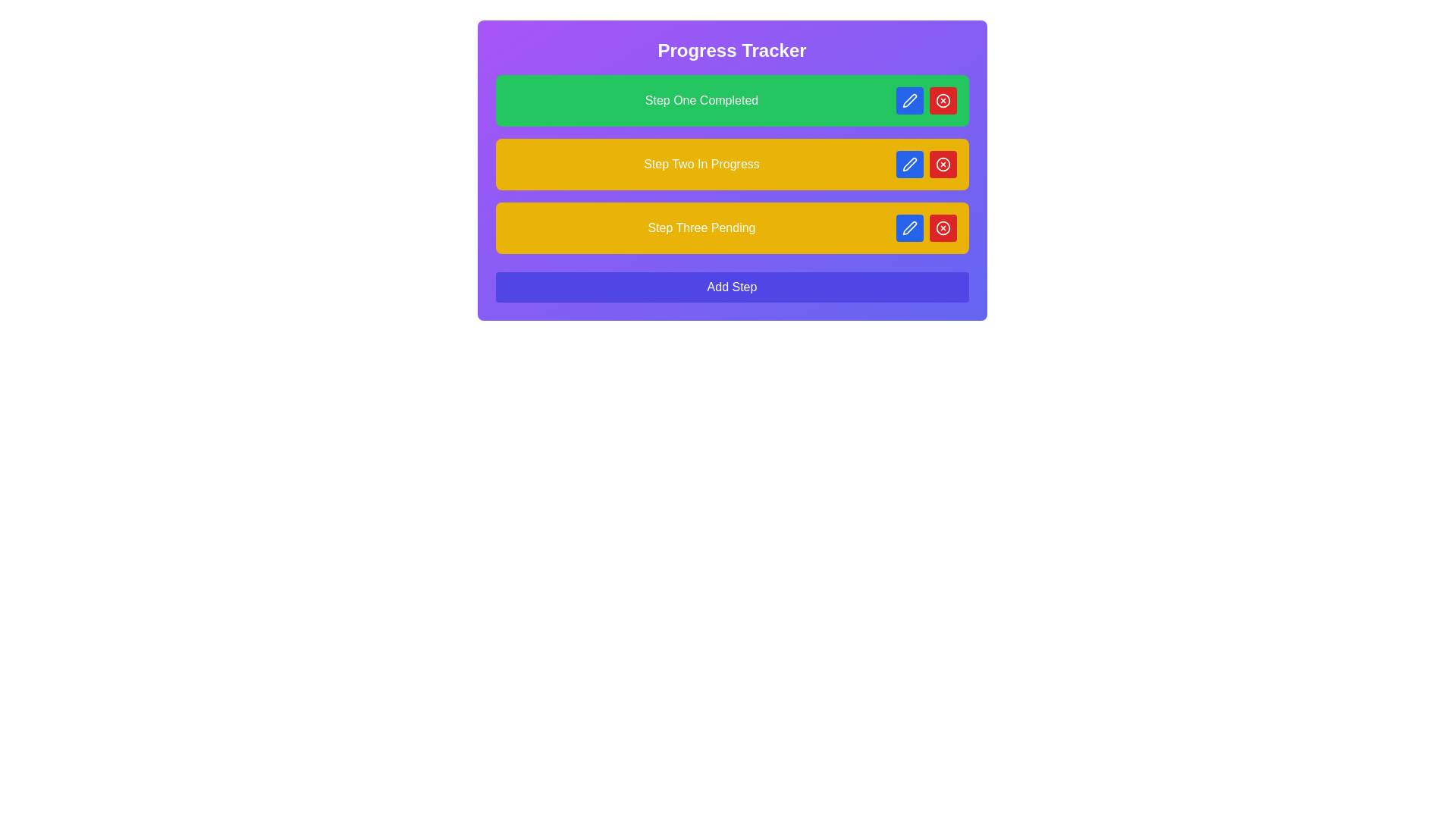 The height and width of the screenshot is (819, 1456). Describe the element at coordinates (942, 227) in the screenshot. I see `the far-right button with an 'X' symbol in the green section labeled 'Step One Completed'` at that location.